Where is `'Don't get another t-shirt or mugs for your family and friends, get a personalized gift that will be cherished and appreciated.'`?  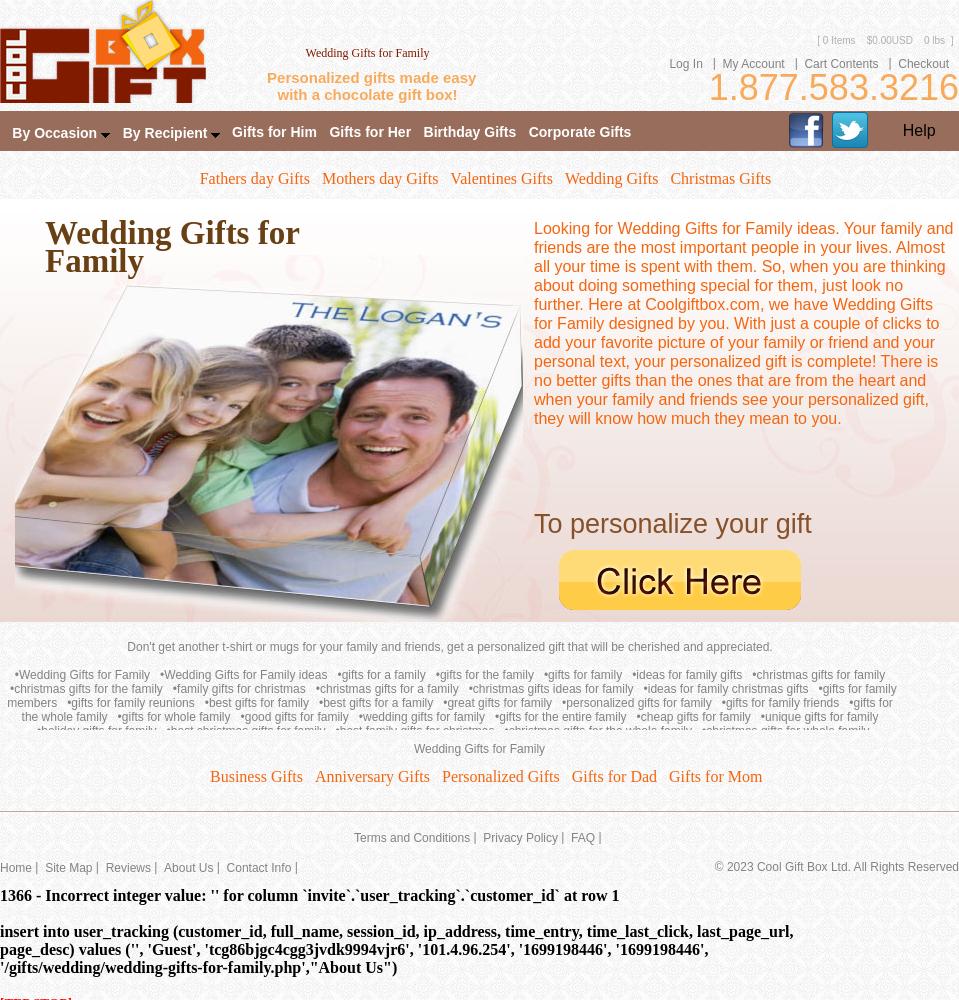
'Don't get another t-shirt or mugs for your family and friends, get a personalized gift that will be cherished and appreciated.' is located at coordinates (448, 647).